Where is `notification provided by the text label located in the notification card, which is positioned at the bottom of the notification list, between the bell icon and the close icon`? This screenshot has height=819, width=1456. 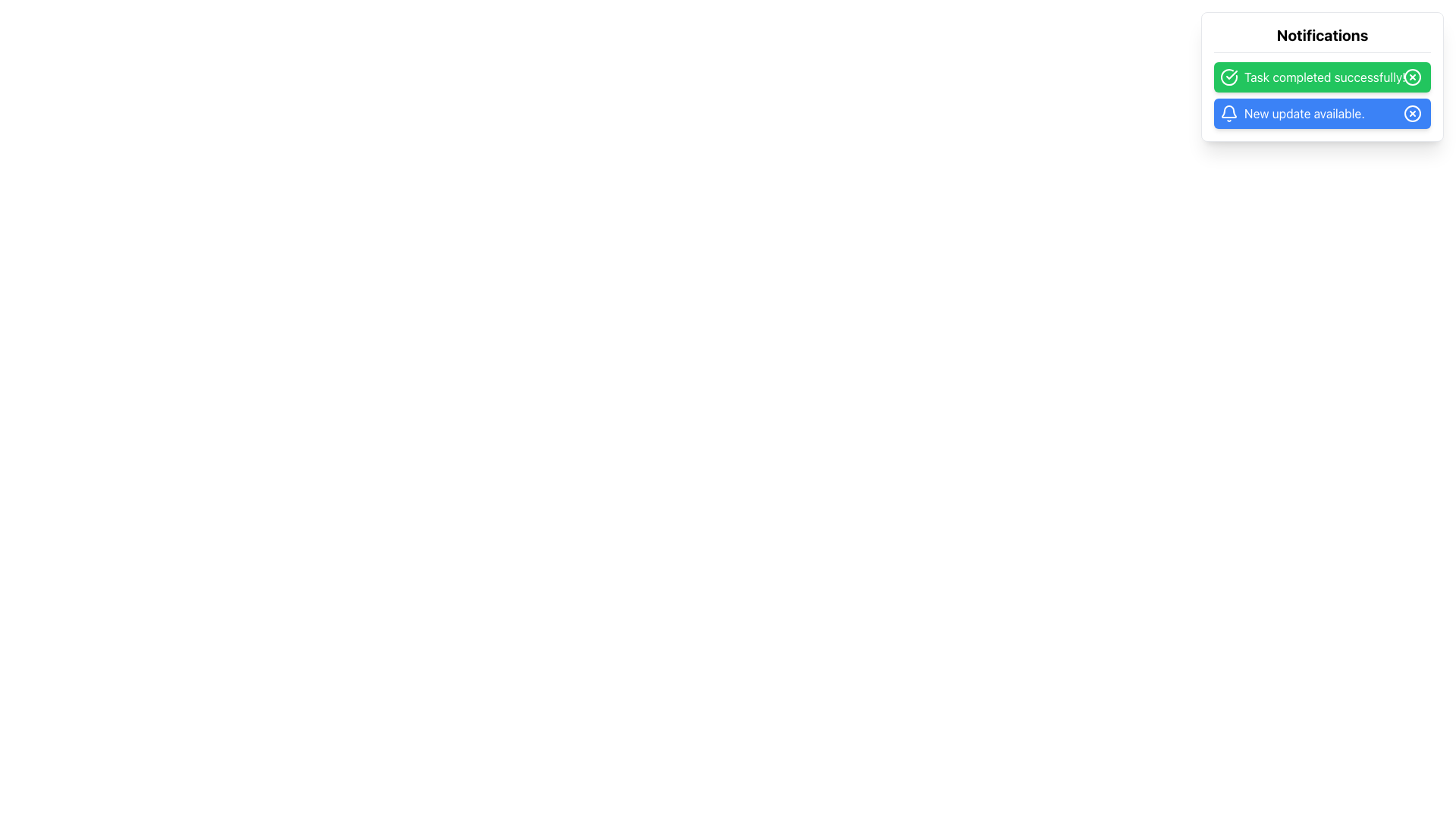
notification provided by the text label located in the notification card, which is positioned at the bottom of the notification list, between the bell icon and the close icon is located at coordinates (1304, 113).